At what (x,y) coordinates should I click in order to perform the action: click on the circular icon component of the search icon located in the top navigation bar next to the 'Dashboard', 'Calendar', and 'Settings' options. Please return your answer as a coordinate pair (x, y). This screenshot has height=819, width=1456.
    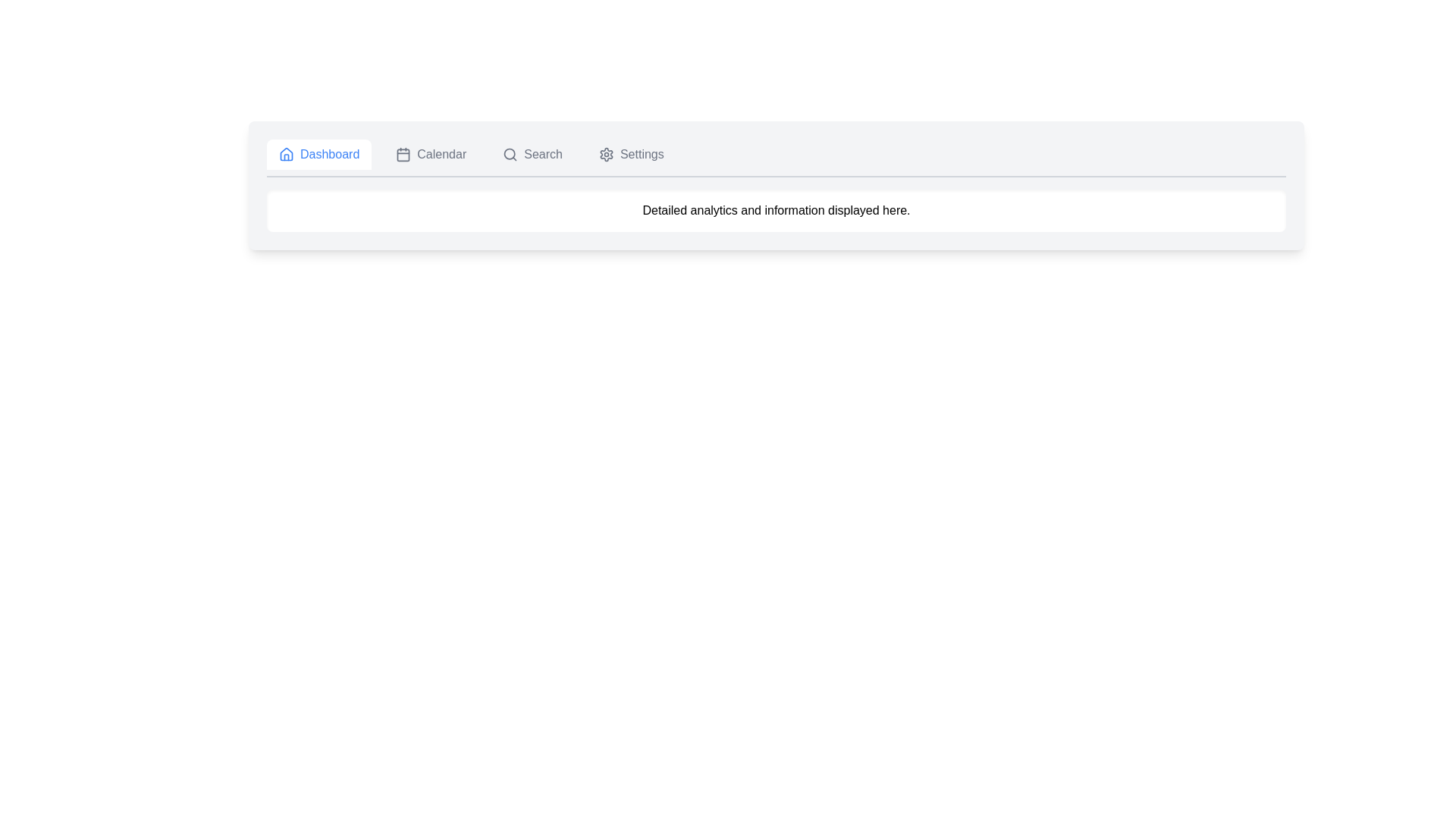
    Looking at the image, I should click on (510, 154).